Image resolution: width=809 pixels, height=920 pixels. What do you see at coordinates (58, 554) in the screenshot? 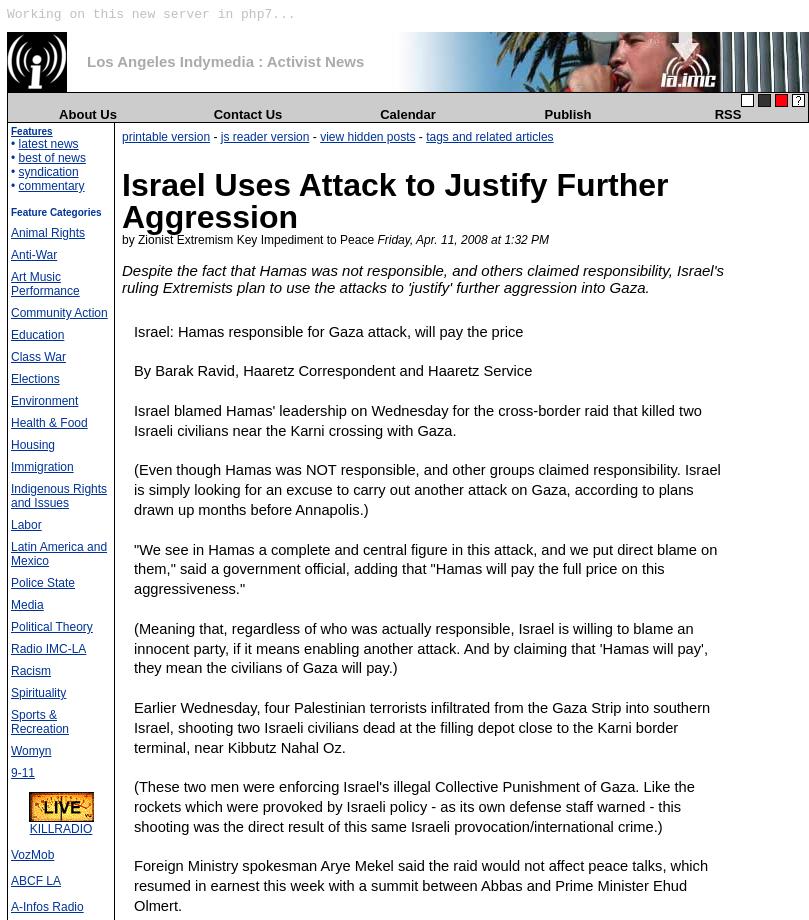
I see `'Latin America and Mexico'` at bounding box center [58, 554].